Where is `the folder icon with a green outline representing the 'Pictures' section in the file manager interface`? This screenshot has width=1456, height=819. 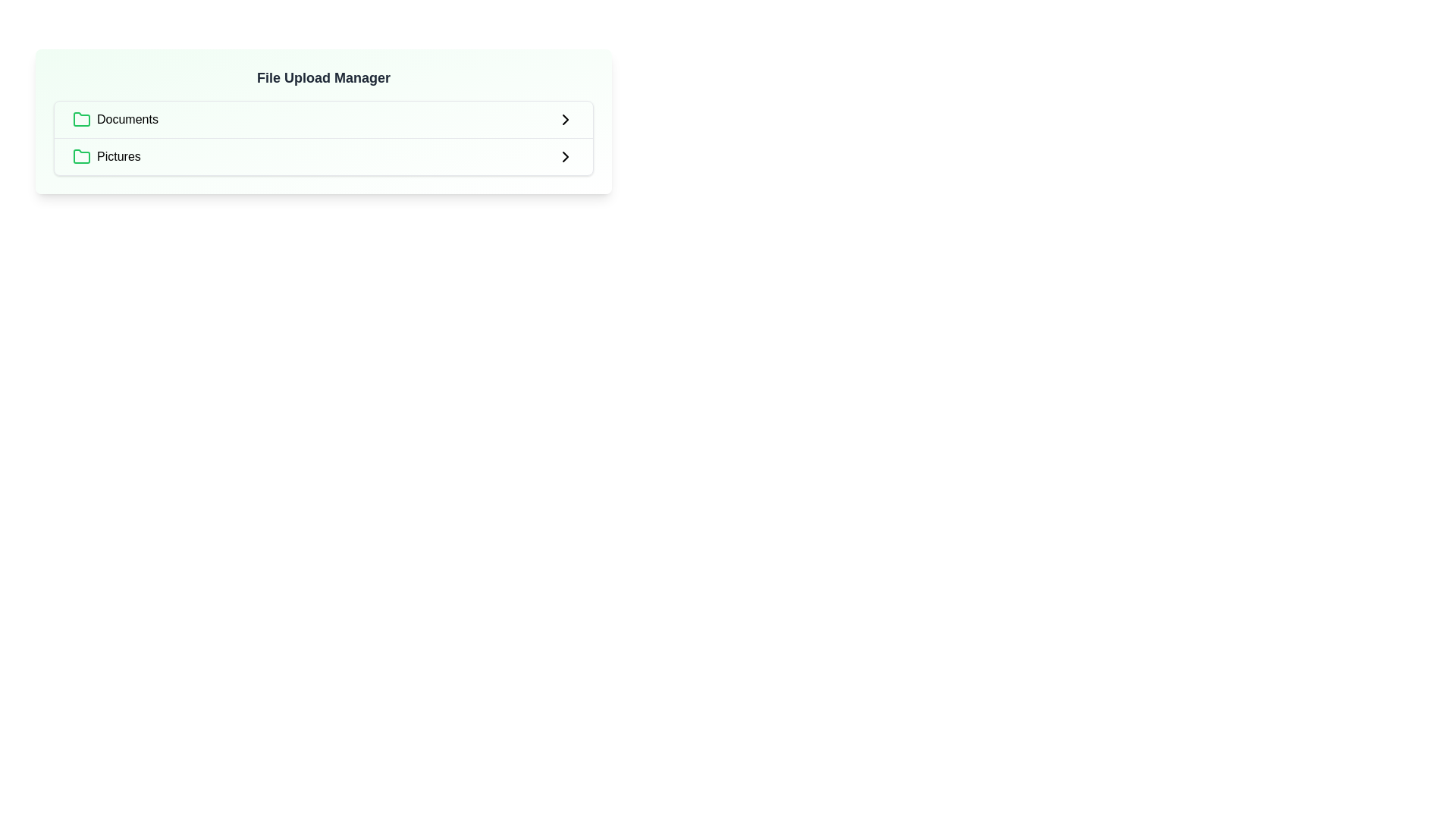
the folder icon with a green outline representing the 'Pictures' section in the file manager interface is located at coordinates (81, 157).